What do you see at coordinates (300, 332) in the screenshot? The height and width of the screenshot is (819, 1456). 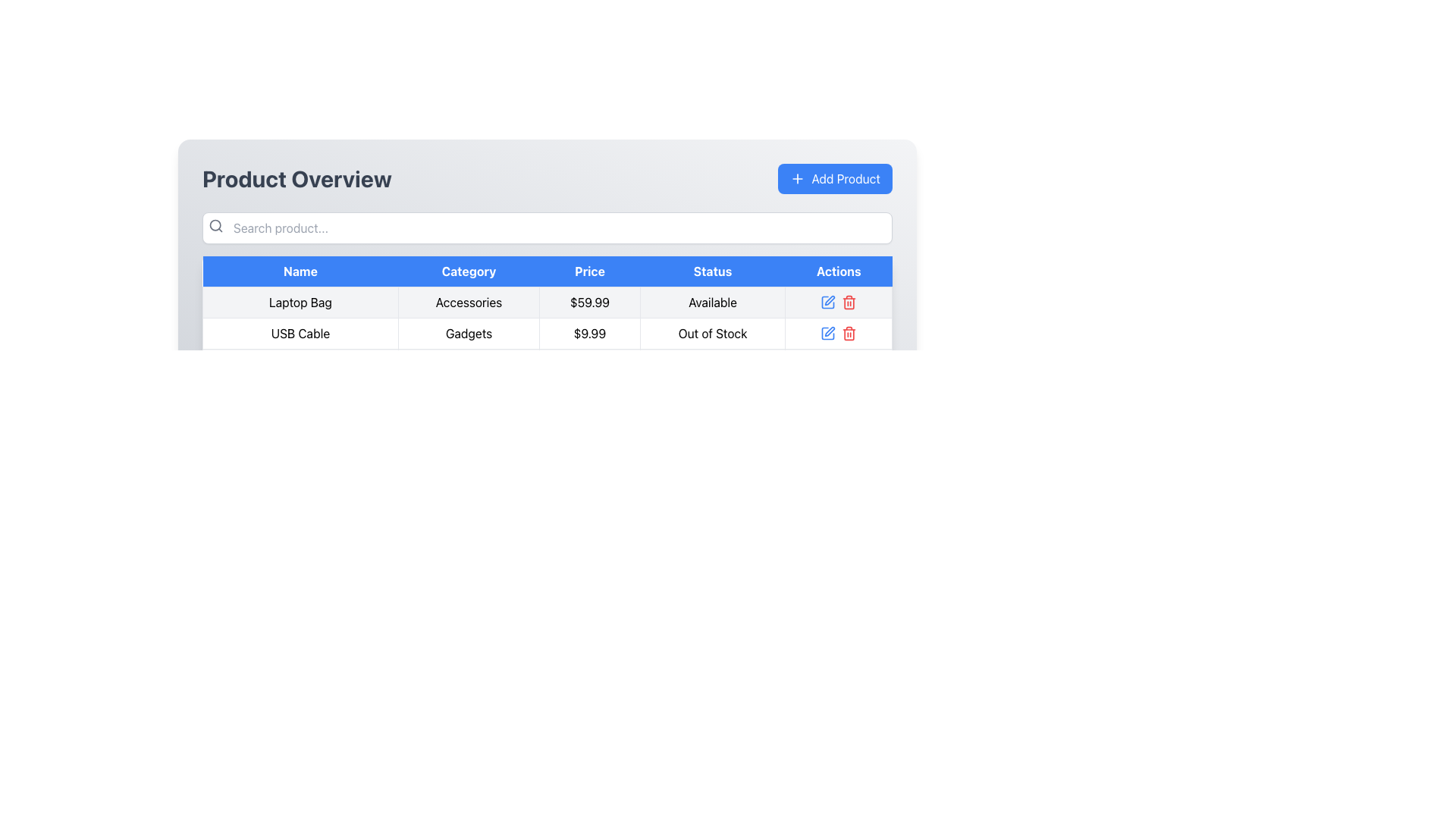 I see `the first table cell in the second row under the 'Name' column, which represents a product's name` at bounding box center [300, 332].